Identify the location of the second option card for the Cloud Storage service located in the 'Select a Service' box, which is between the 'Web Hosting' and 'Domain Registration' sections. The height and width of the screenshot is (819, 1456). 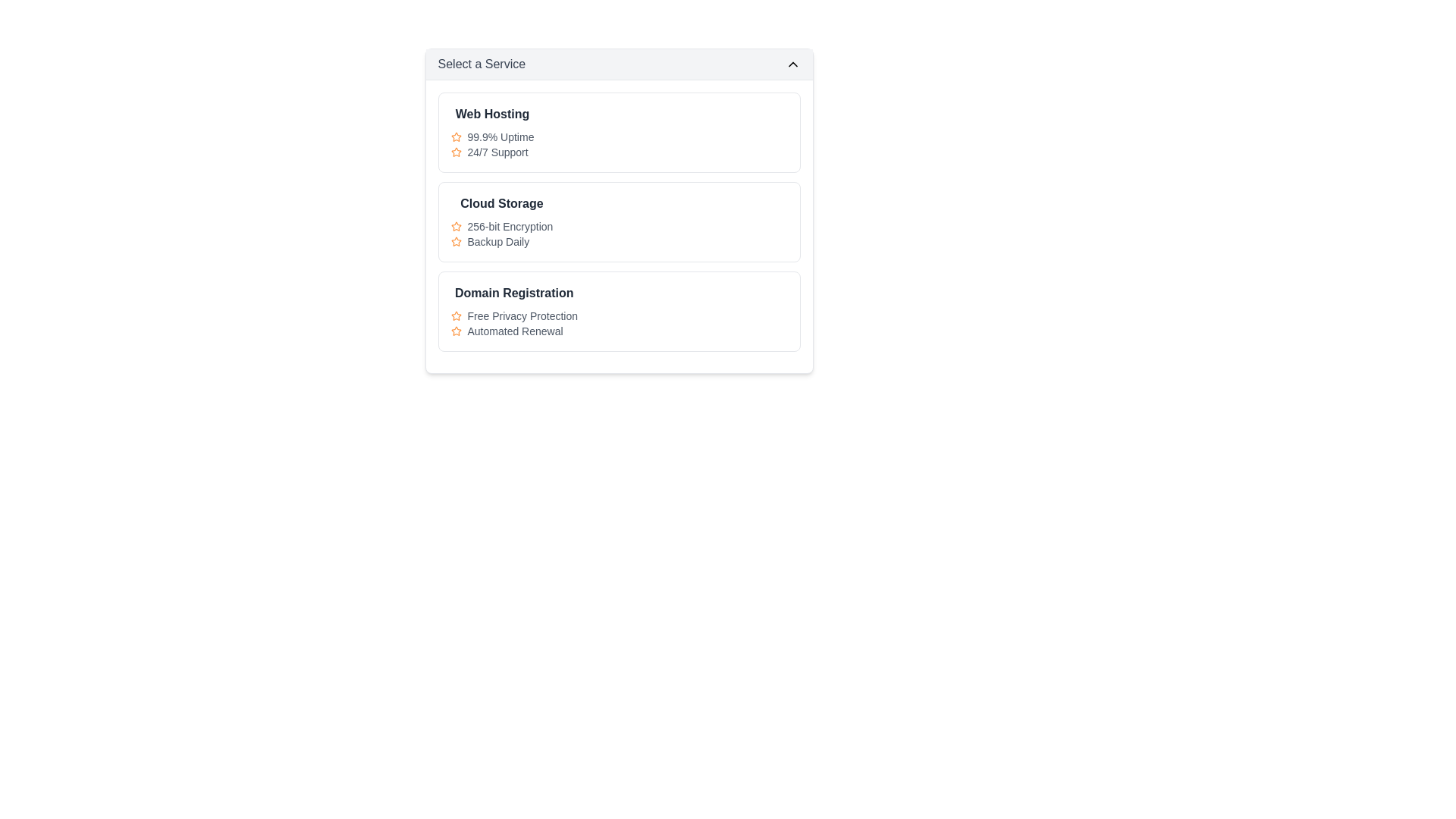
(619, 222).